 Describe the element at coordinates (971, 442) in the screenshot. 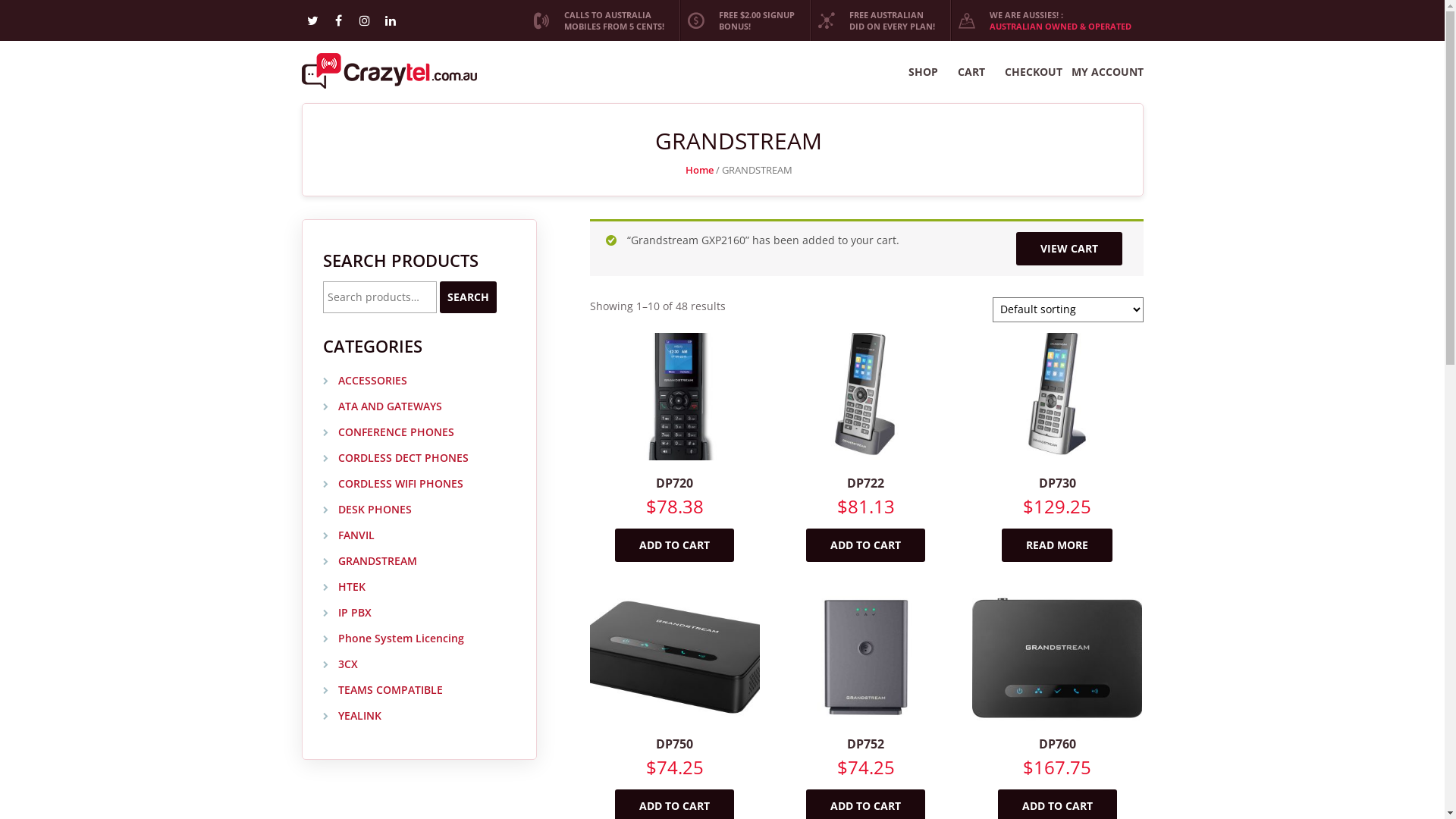

I see `'DP730` at that location.